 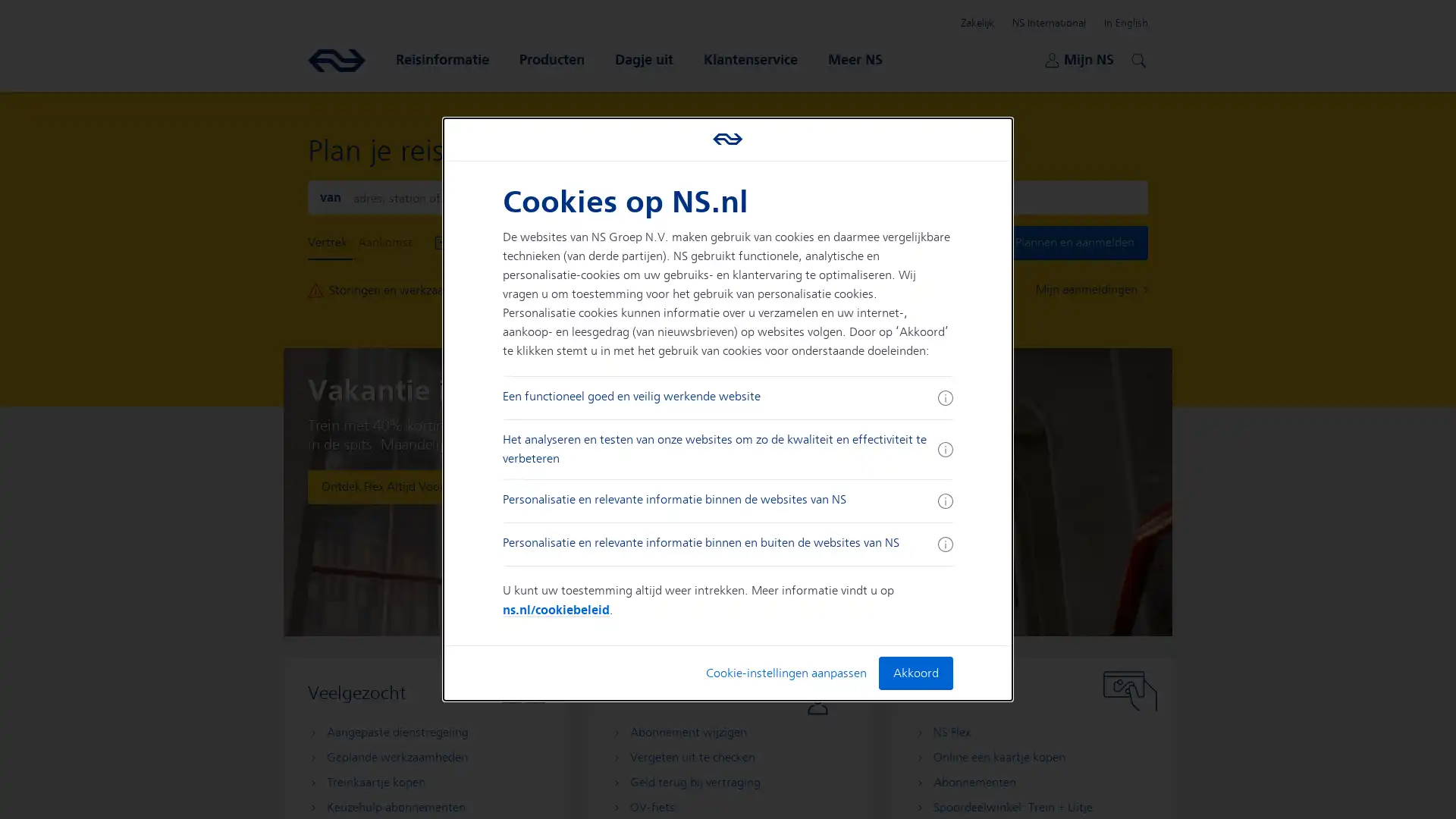 I want to click on Meer informatie ingeklapt, so click(x=944, y=449).